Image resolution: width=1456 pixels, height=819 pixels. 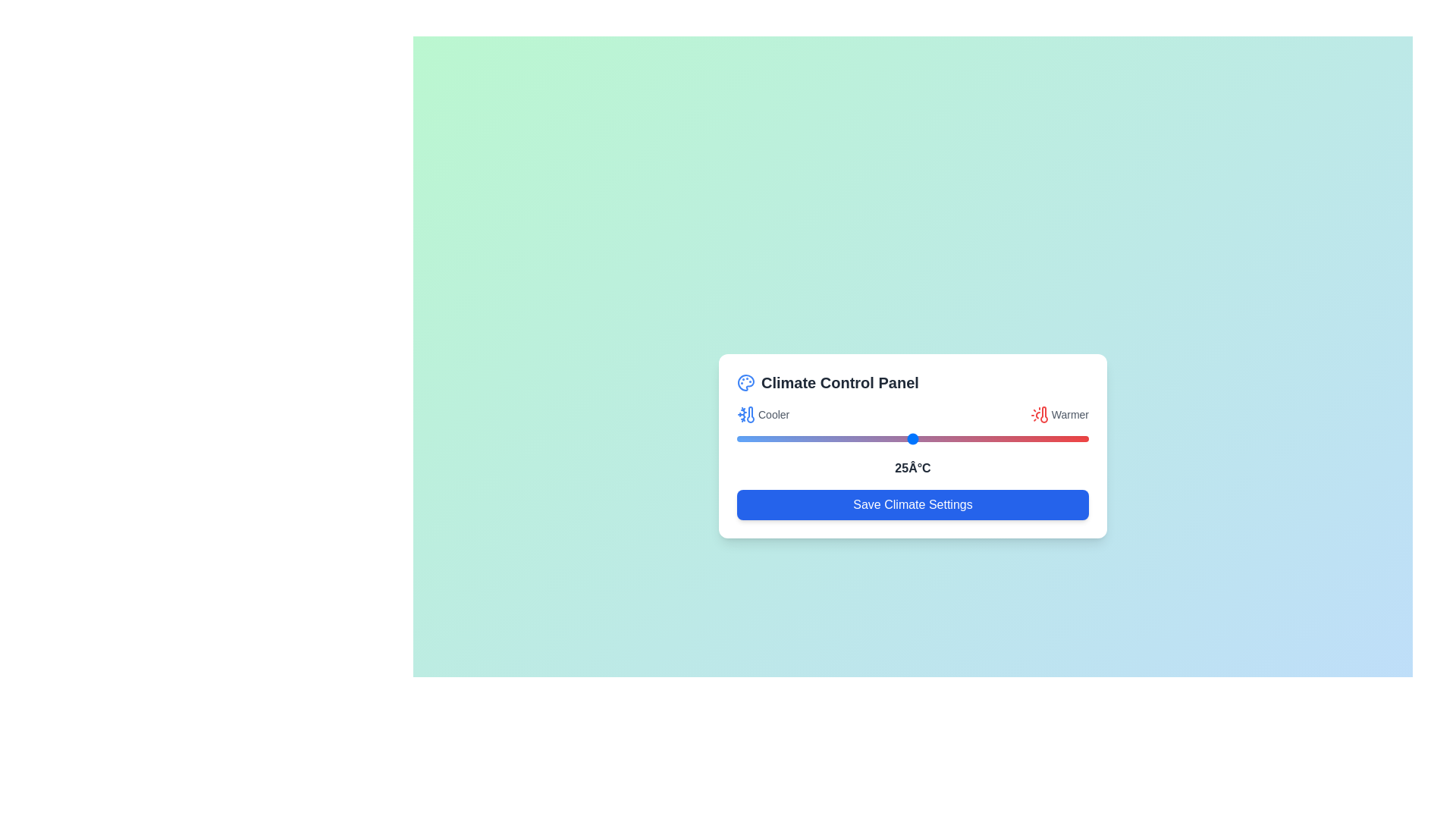 What do you see at coordinates (990, 438) in the screenshot?
I see `the temperature slider to set the temperature to 36°C` at bounding box center [990, 438].